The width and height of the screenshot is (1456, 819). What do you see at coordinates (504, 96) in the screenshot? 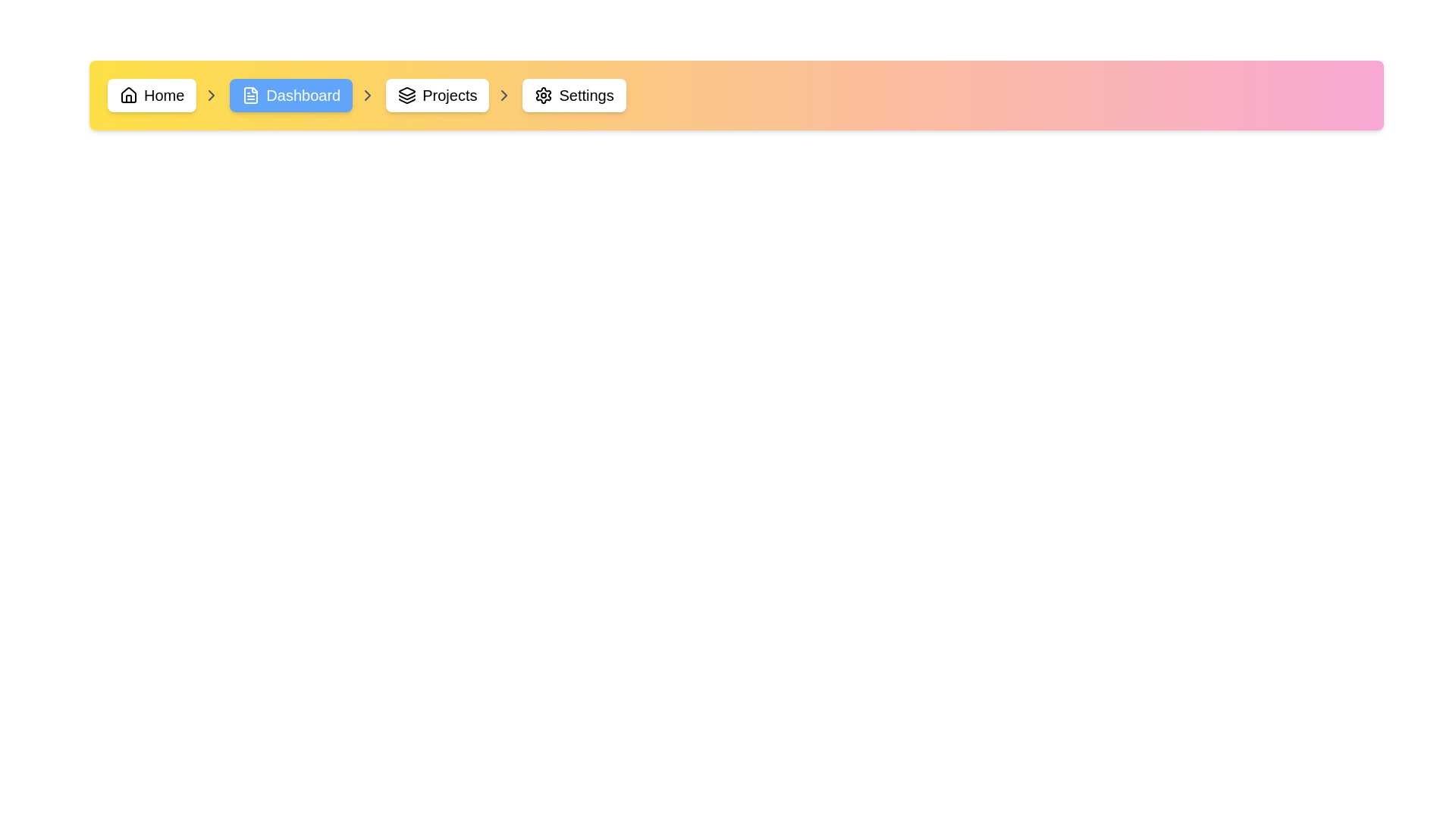
I see `the right-facing chevron icon, which serves as a navigation indicator between the 'Projects' and 'Settings' breadcrumb items` at bounding box center [504, 96].